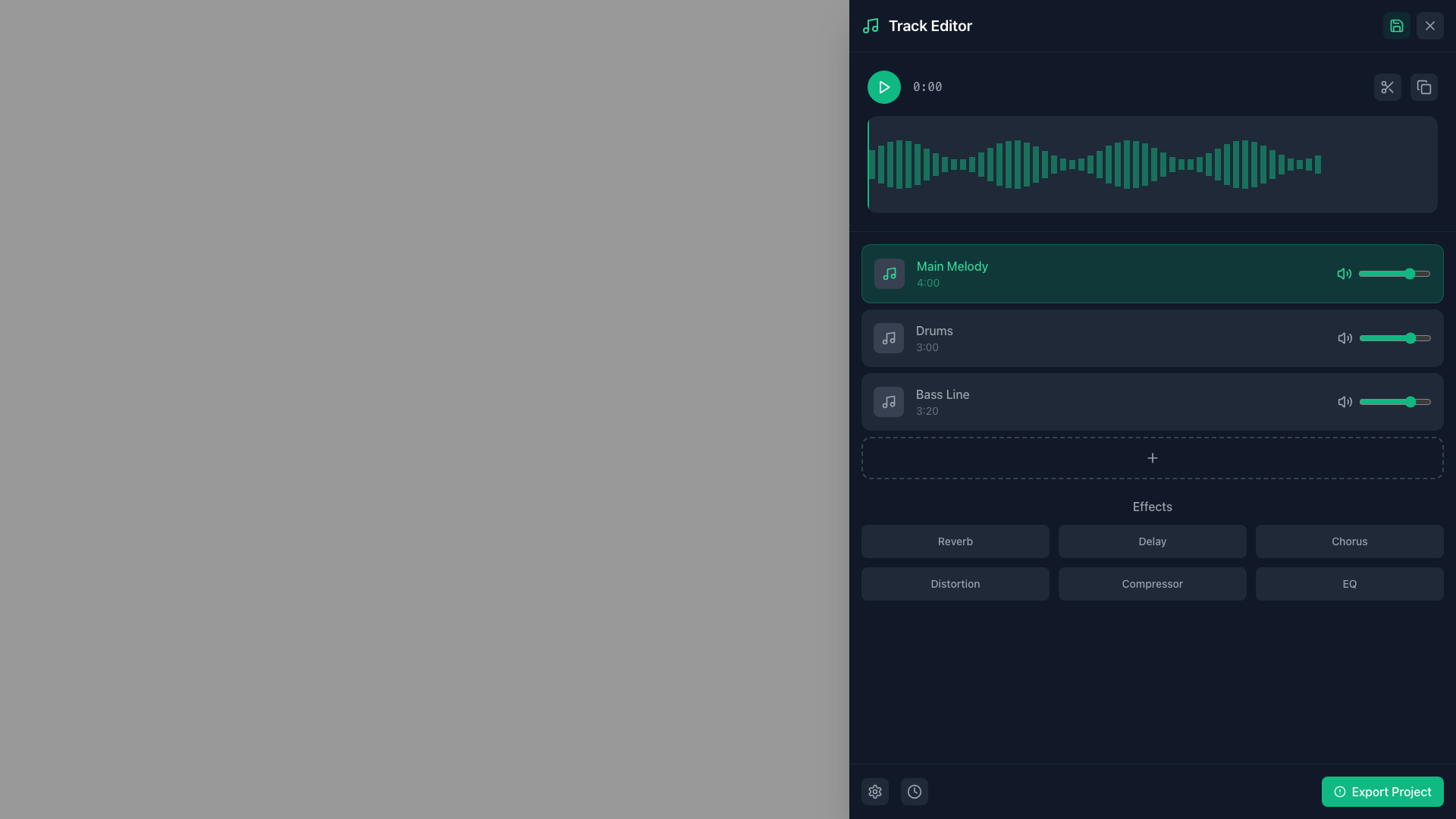 The width and height of the screenshot is (1456, 819). Describe the element at coordinates (880, 164) in the screenshot. I see `the second vertical graphical indicator bar in the top section of the track editor near the waveform display` at that location.